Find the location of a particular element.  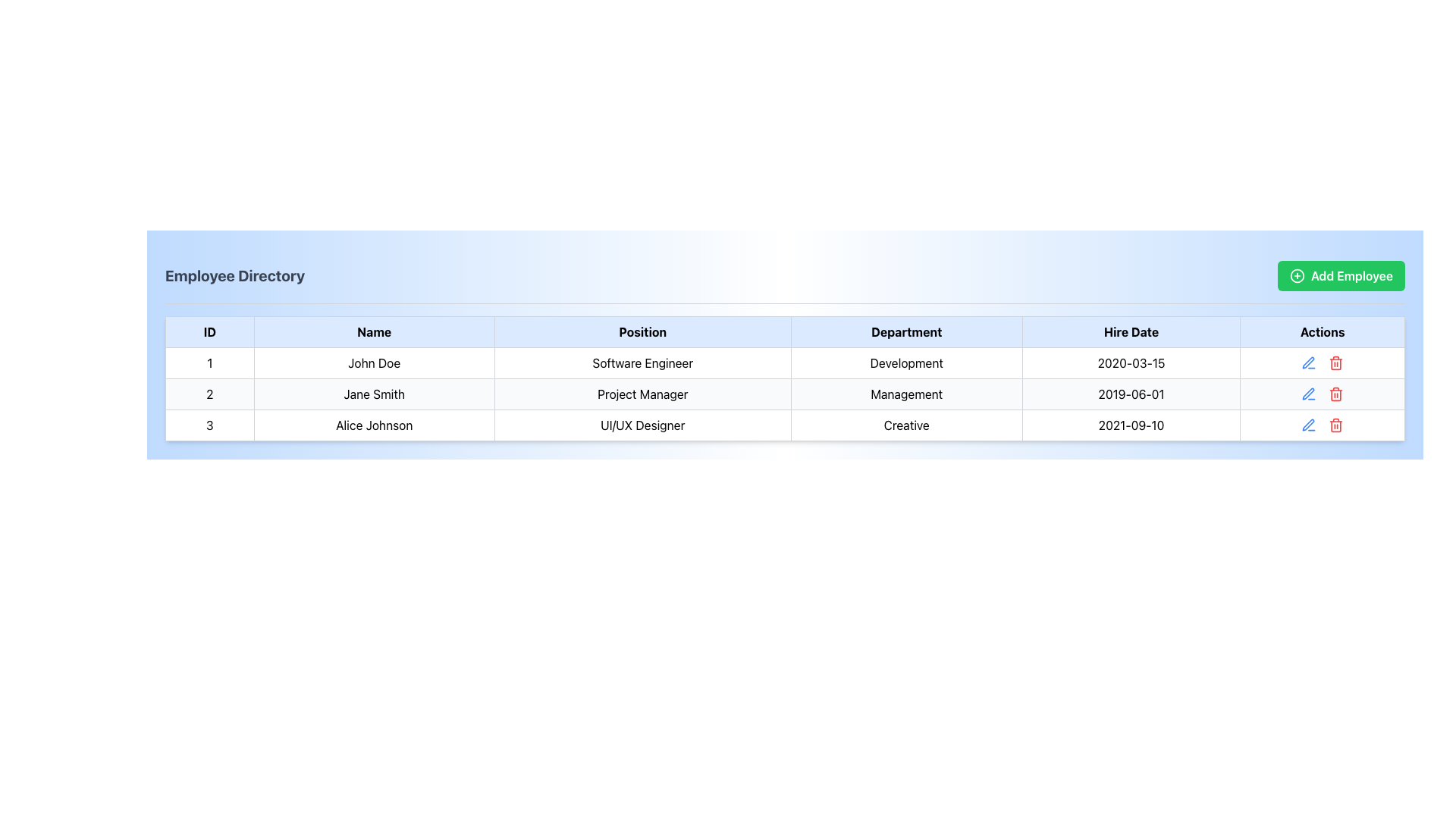

the Text block displaying 'Jane Smith' in the second row of the table under the 'Name' column is located at coordinates (374, 394).